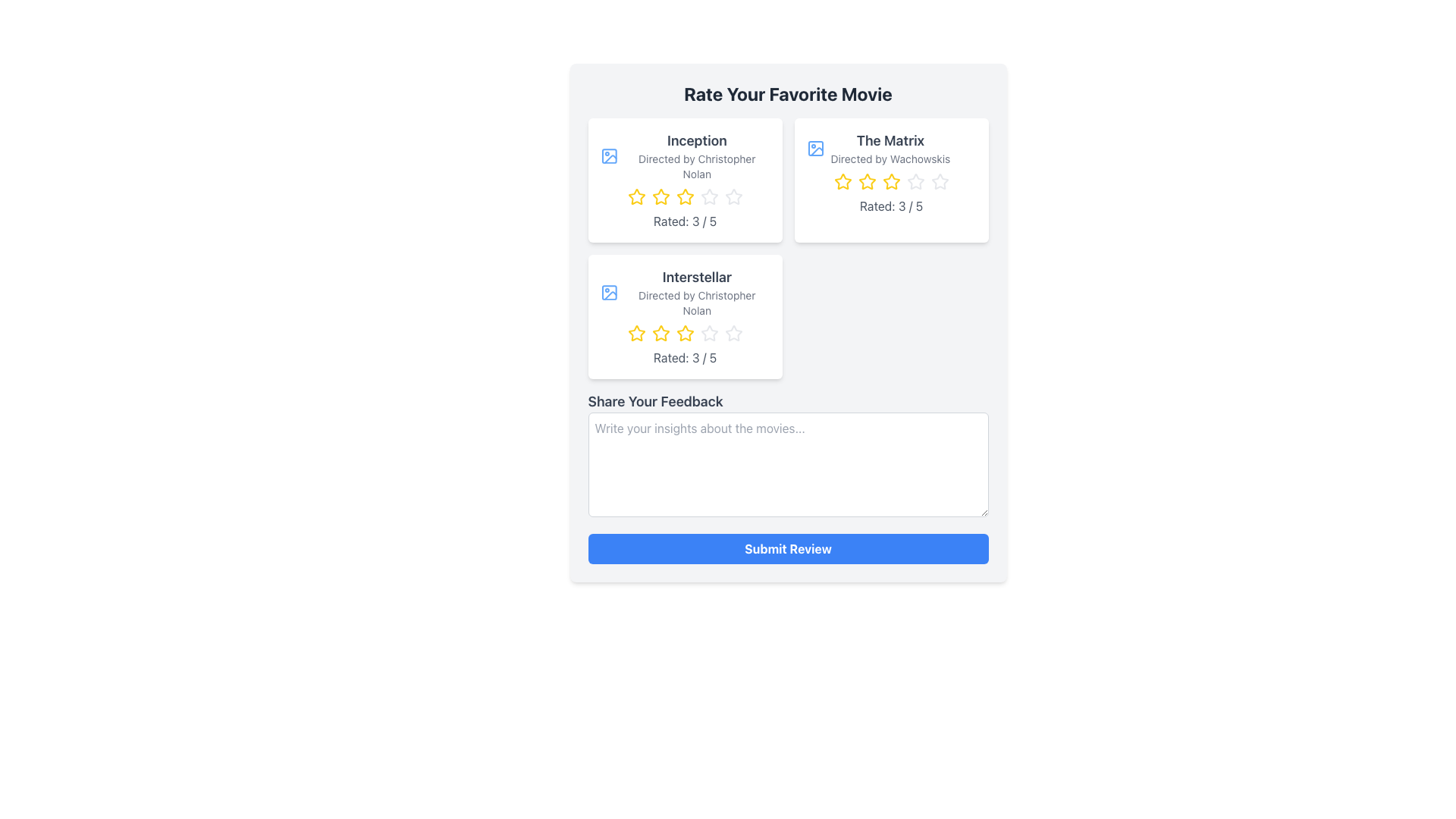  I want to click on the small icon resembling an image placeholder located at the top-left corner of the 'Inception' movie card, so click(609, 155).